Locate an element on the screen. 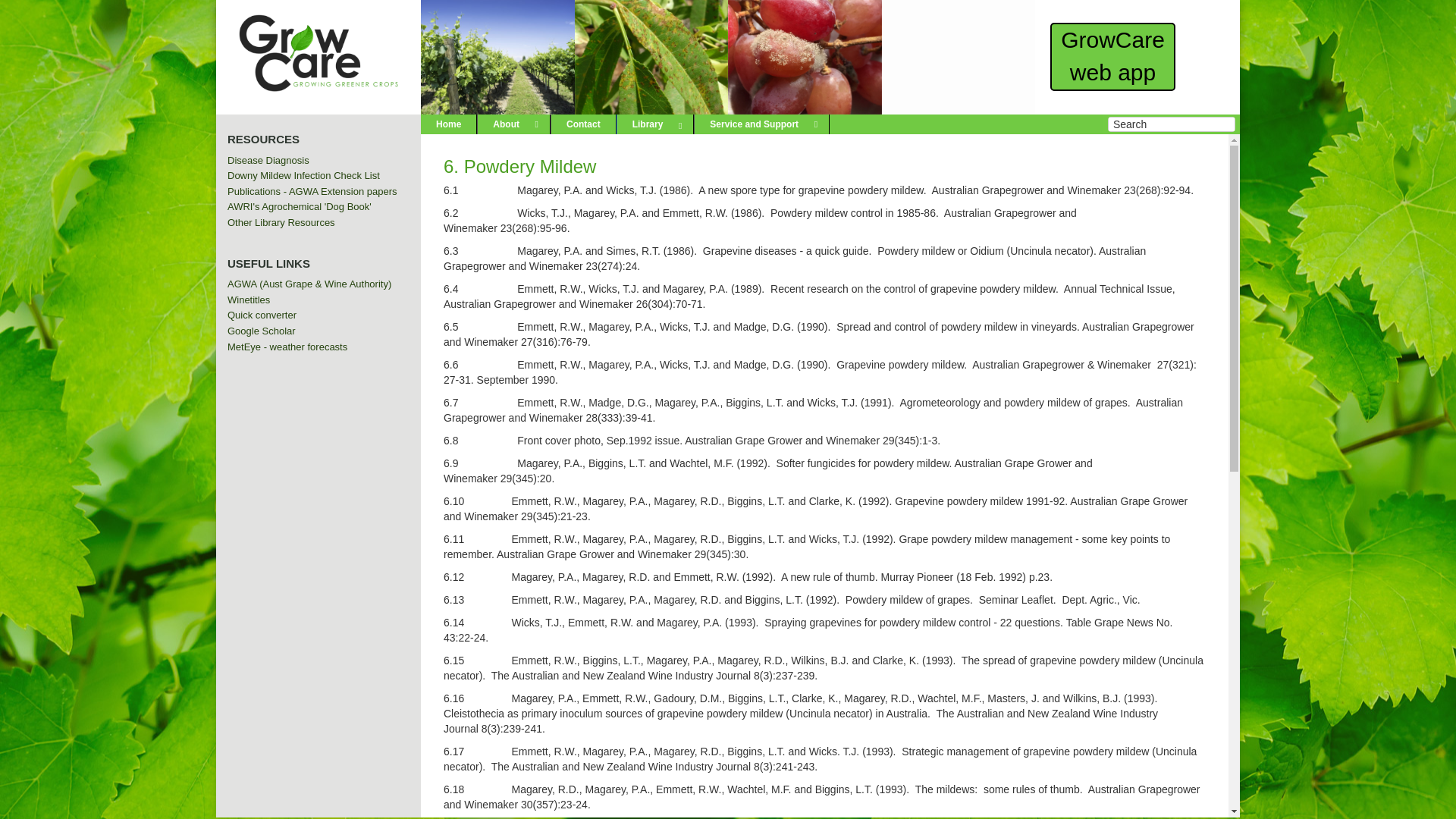 Image resolution: width=1456 pixels, height=819 pixels. 'Disease Diagnosis' is located at coordinates (268, 160).